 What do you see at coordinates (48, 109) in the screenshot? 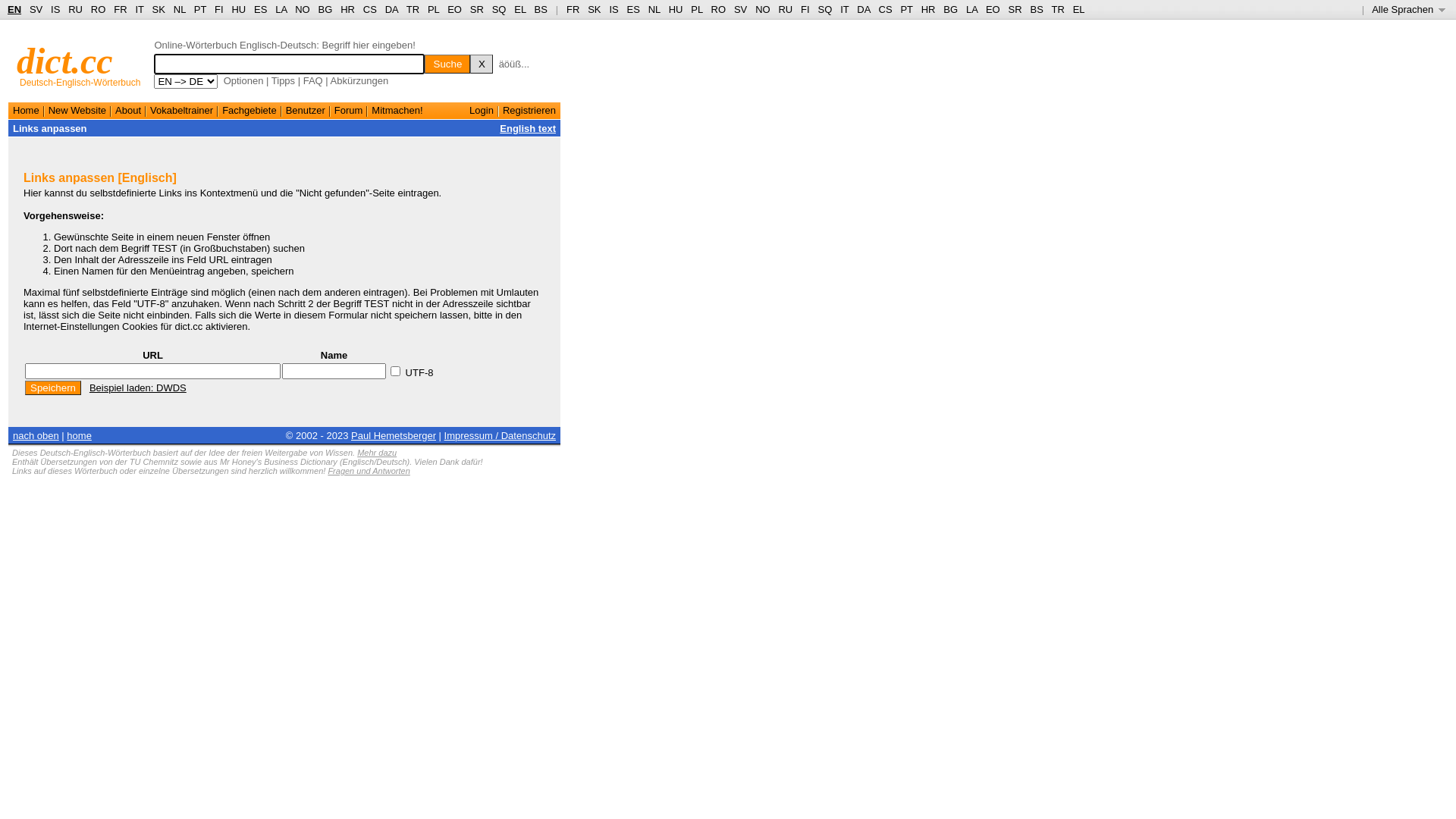
I see `'New Website'` at bounding box center [48, 109].